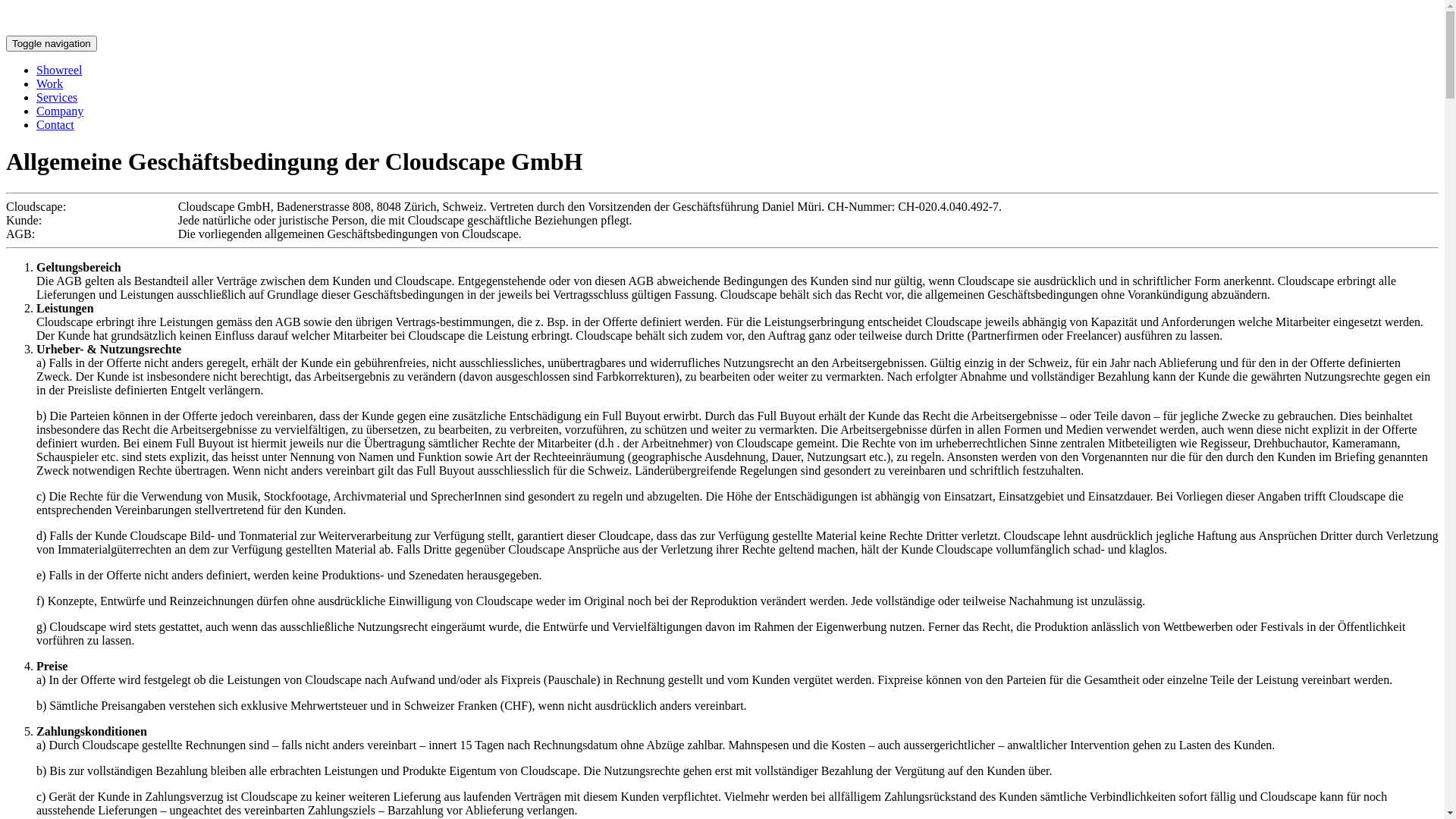  I want to click on 'Contact', so click(55, 124).